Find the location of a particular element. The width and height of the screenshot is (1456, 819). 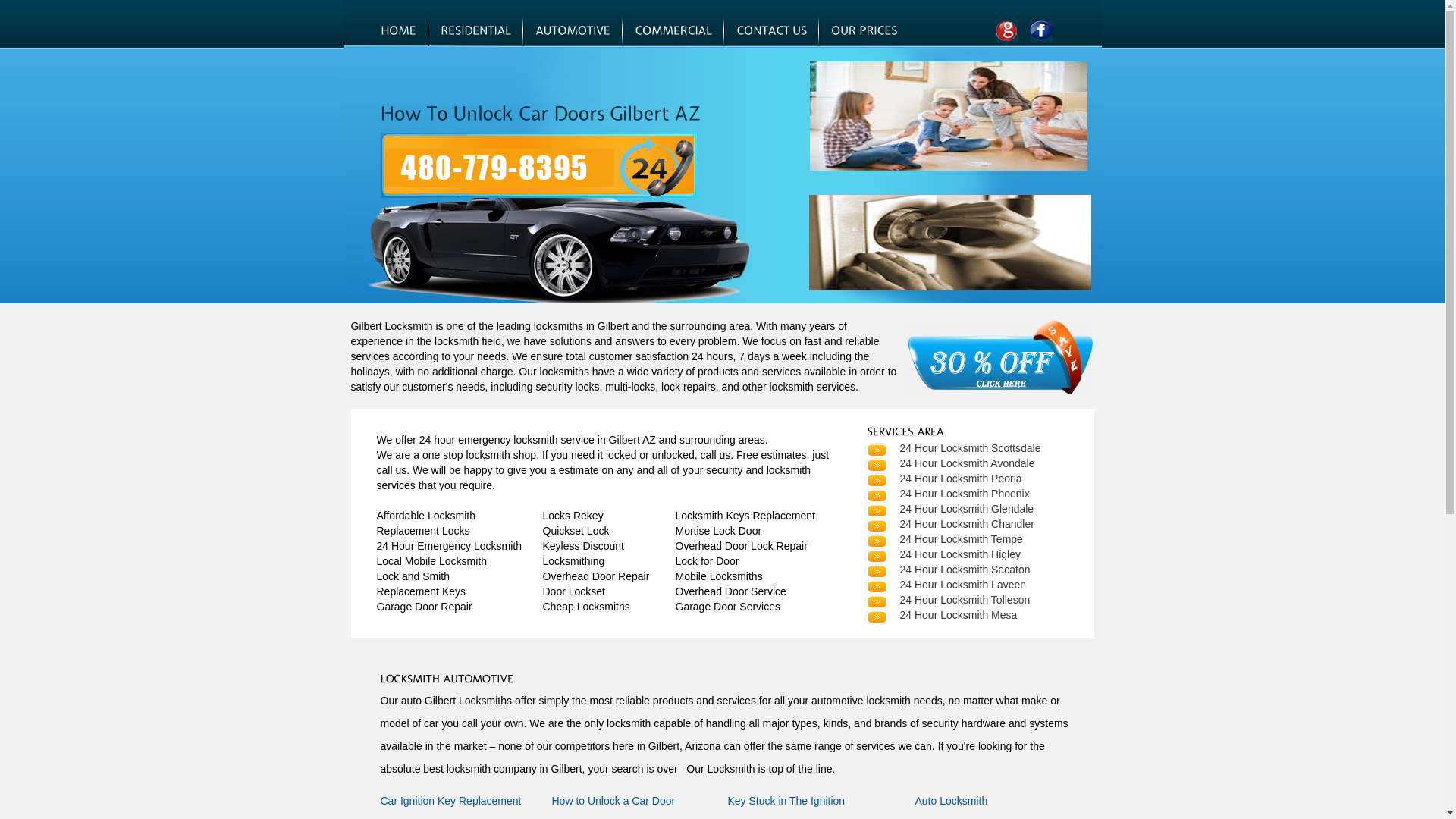

'Garage Door Repair' is located at coordinates (423, 605).